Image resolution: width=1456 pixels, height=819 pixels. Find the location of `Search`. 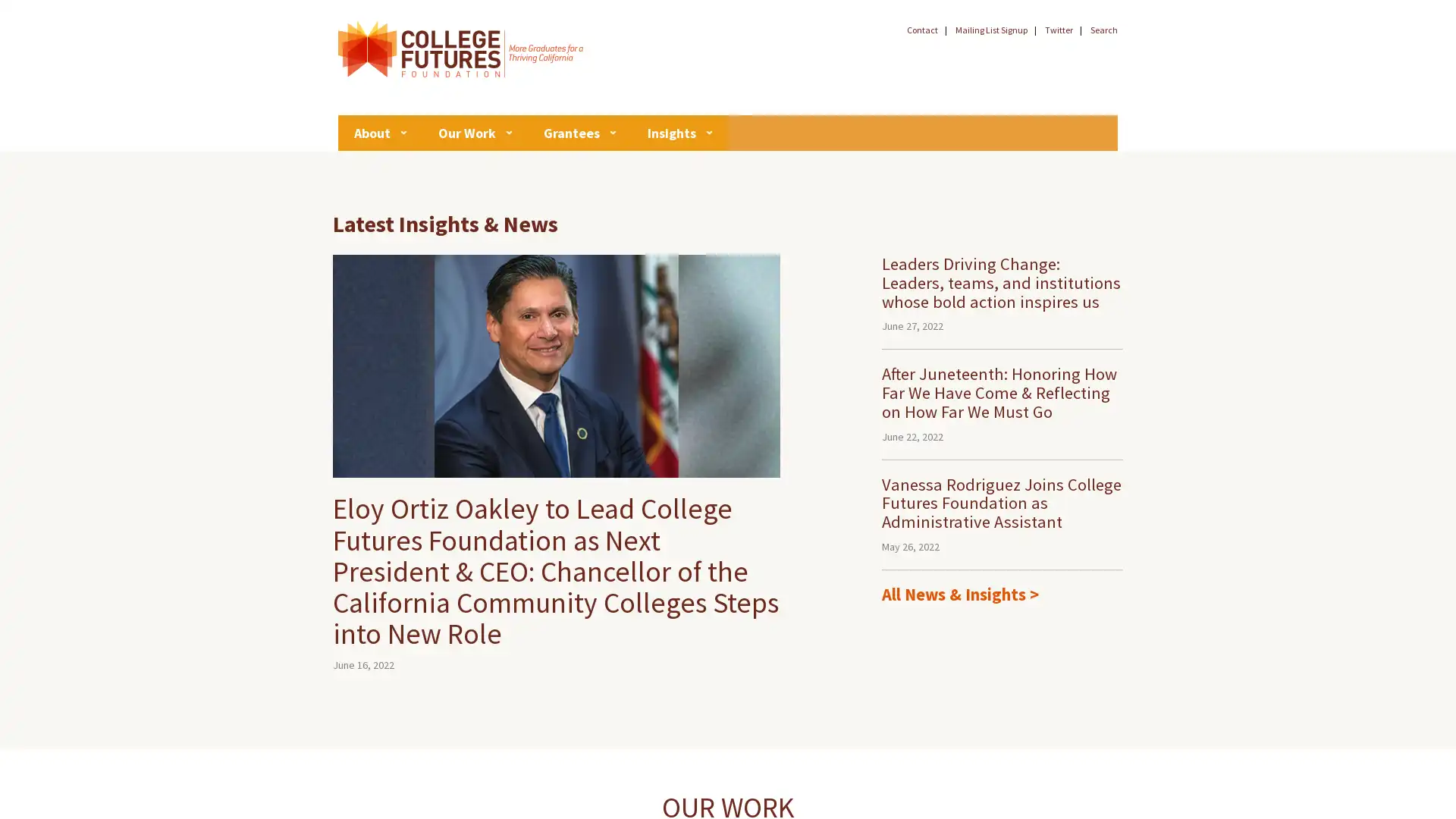

Search is located at coordinates (1124, 40).